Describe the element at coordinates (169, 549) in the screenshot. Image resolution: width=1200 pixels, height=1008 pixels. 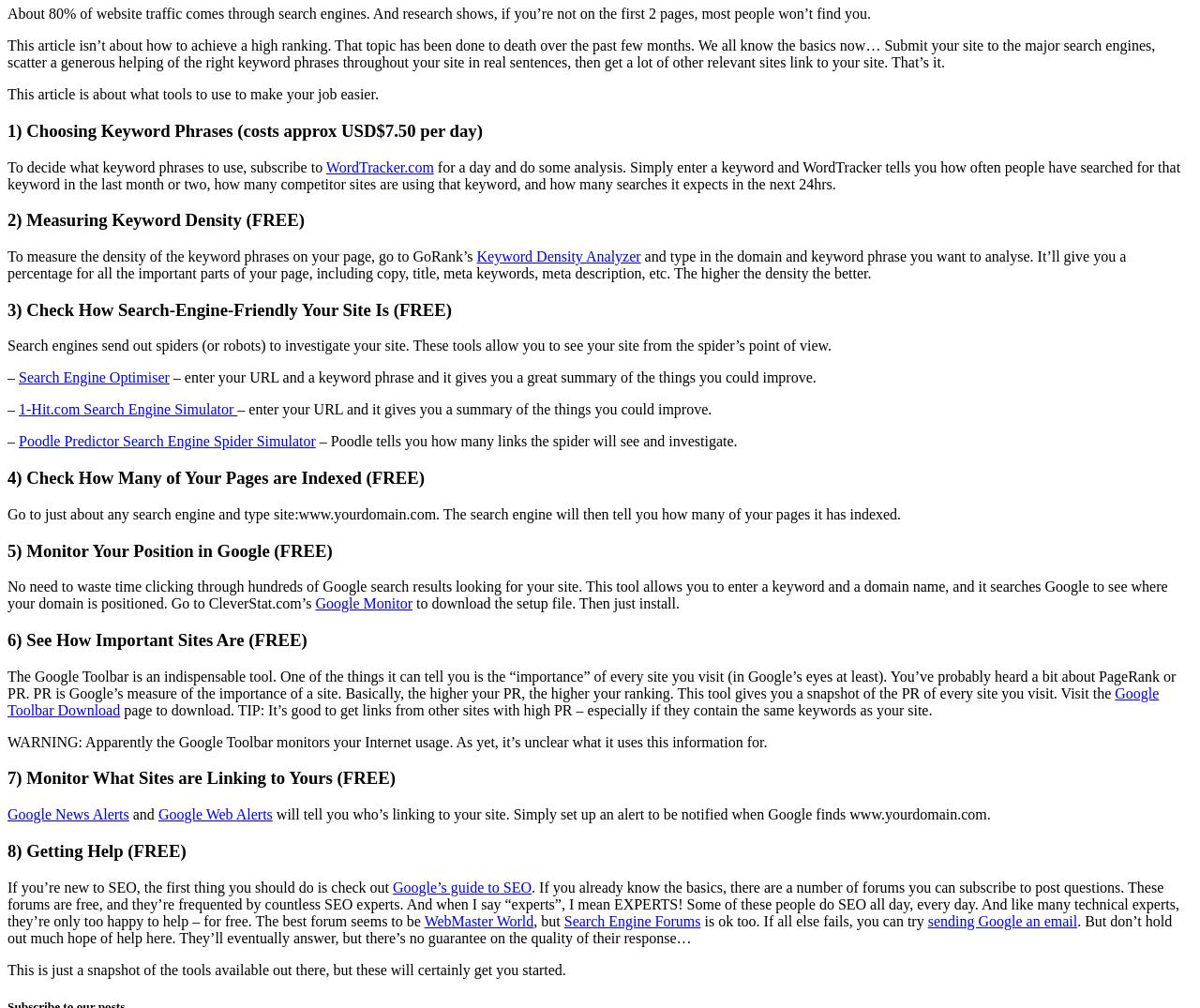
I see `'5) Monitor Your Position in Google (FREE)'` at that location.